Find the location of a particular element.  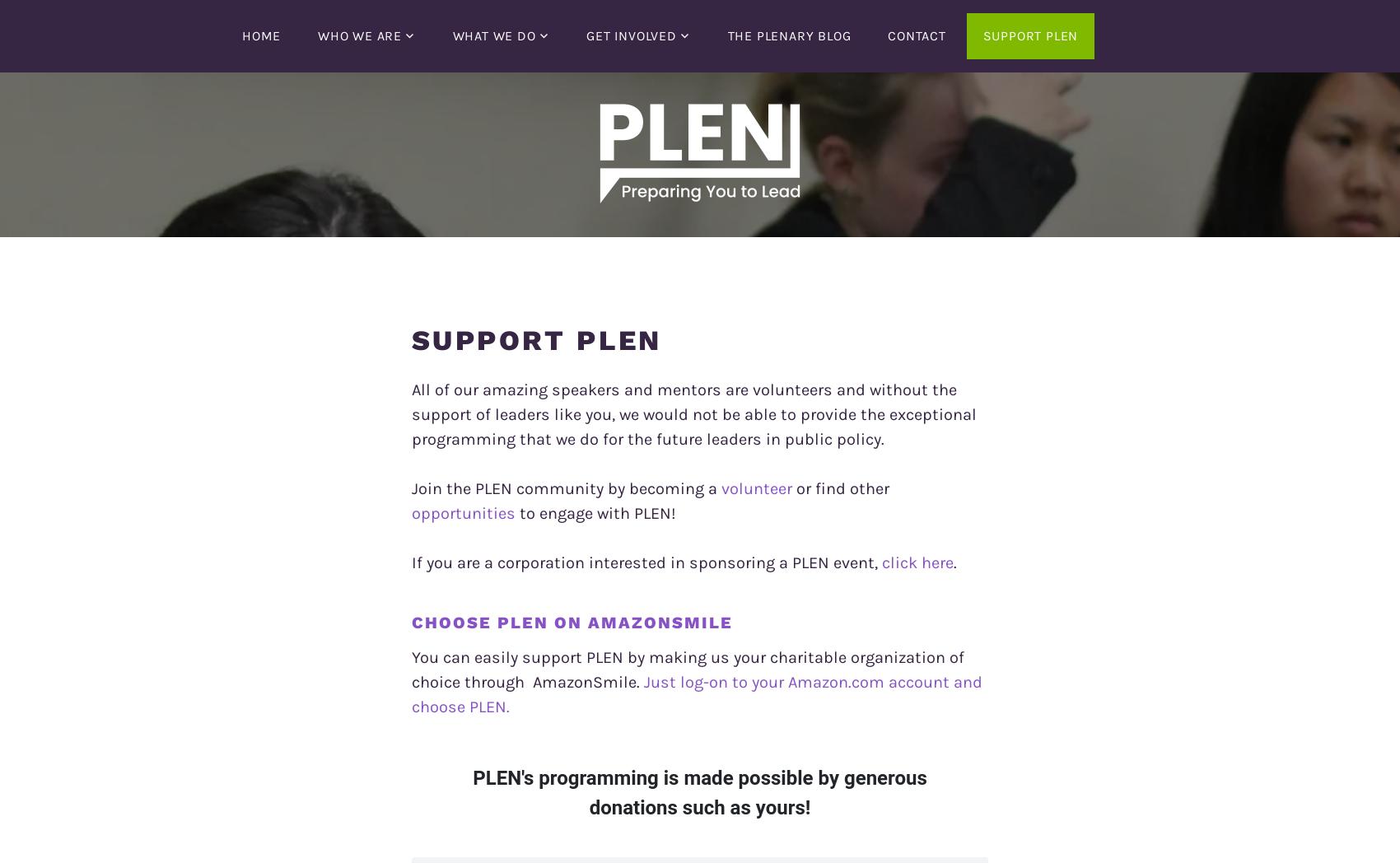

'You can easily support PLEN by making us your charitable organization of choice through  AmazonSmile.' is located at coordinates (687, 669).